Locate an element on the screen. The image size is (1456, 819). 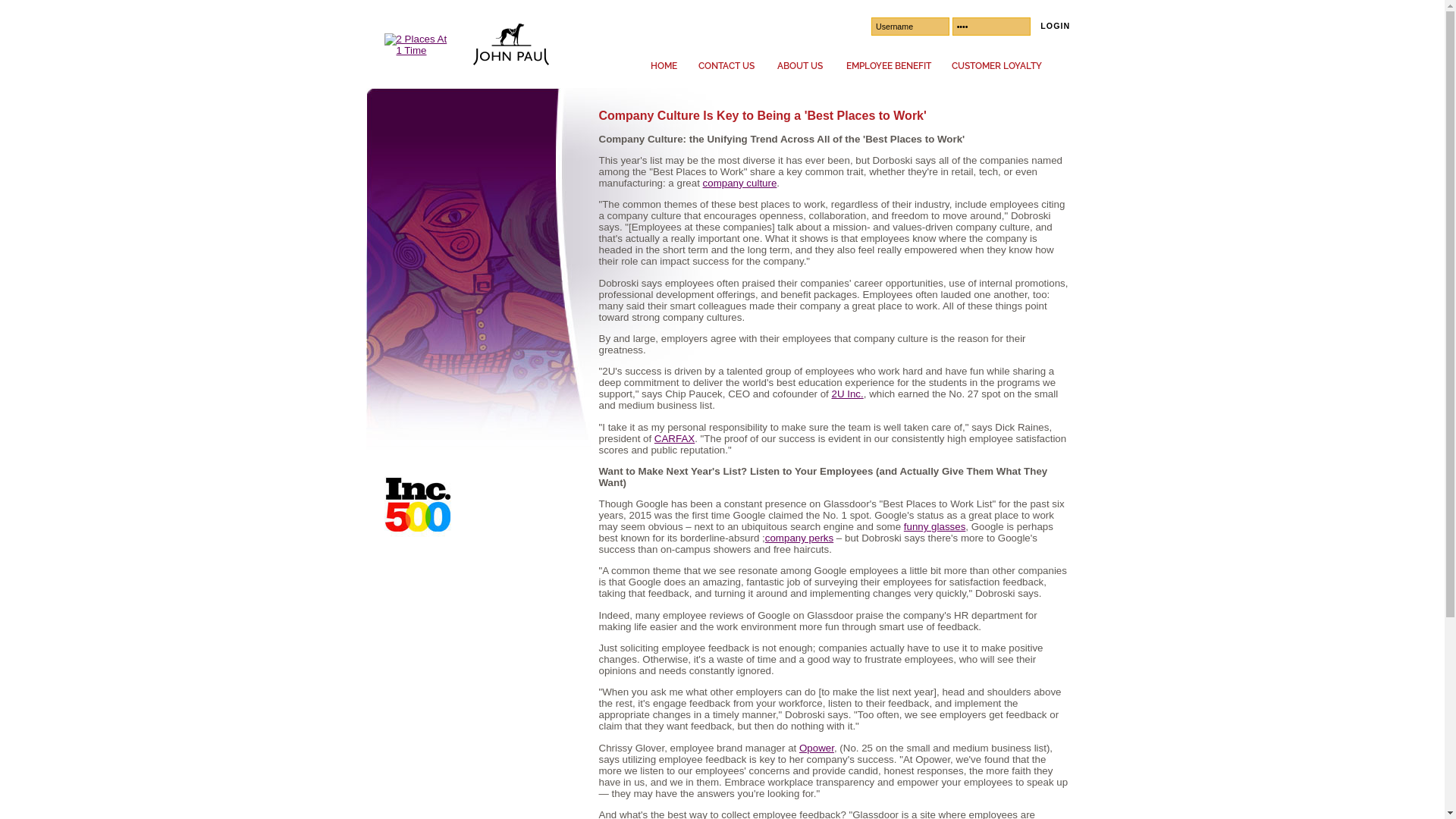
'CARFAX' is located at coordinates (673, 438).